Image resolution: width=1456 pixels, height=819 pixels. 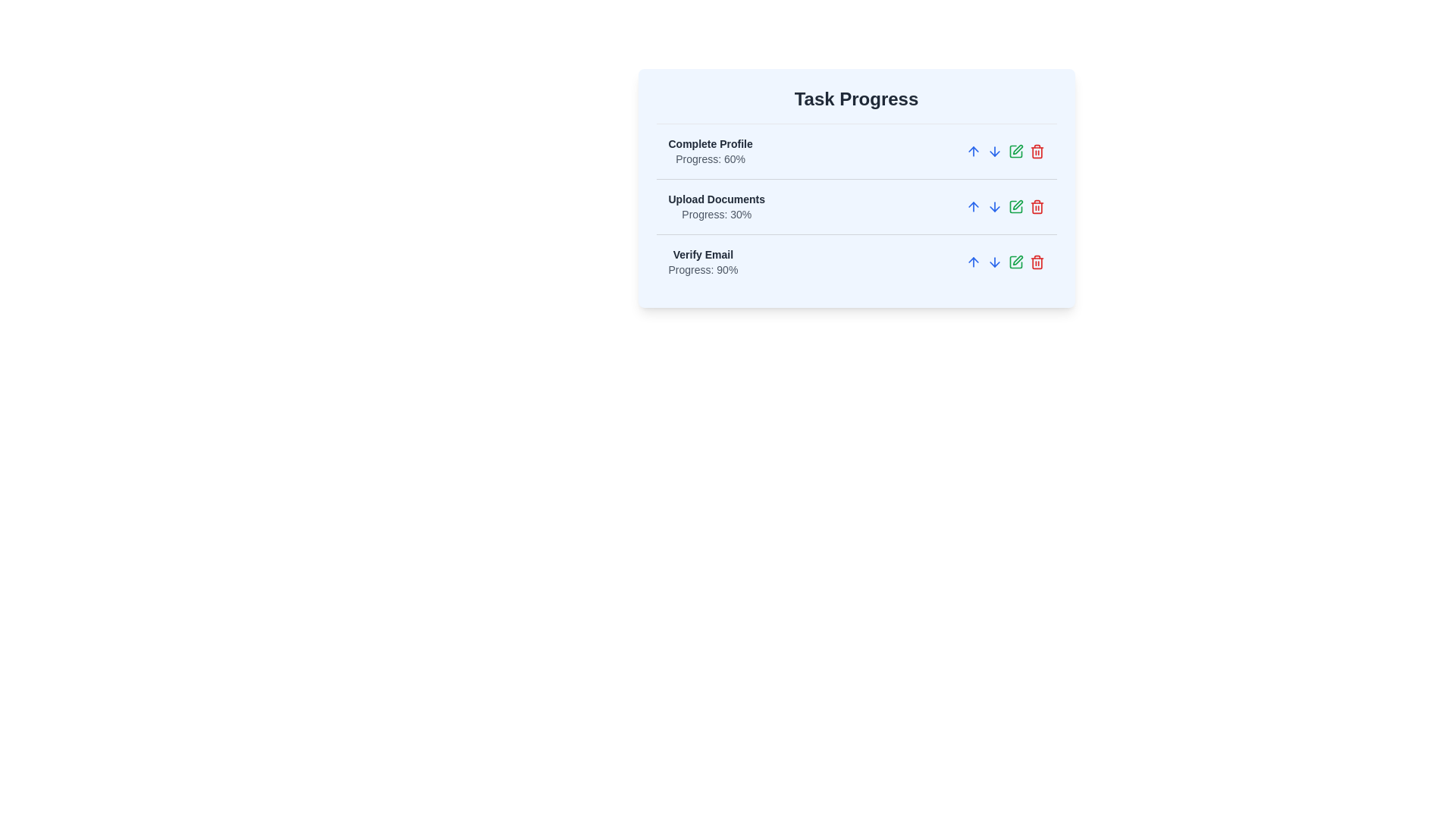 I want to click on the text label displaying 'Progress: 90%' that is styled in gray and positioned below the 'Verify Email' heading, indicating task progress, so click(x=702, y=268).